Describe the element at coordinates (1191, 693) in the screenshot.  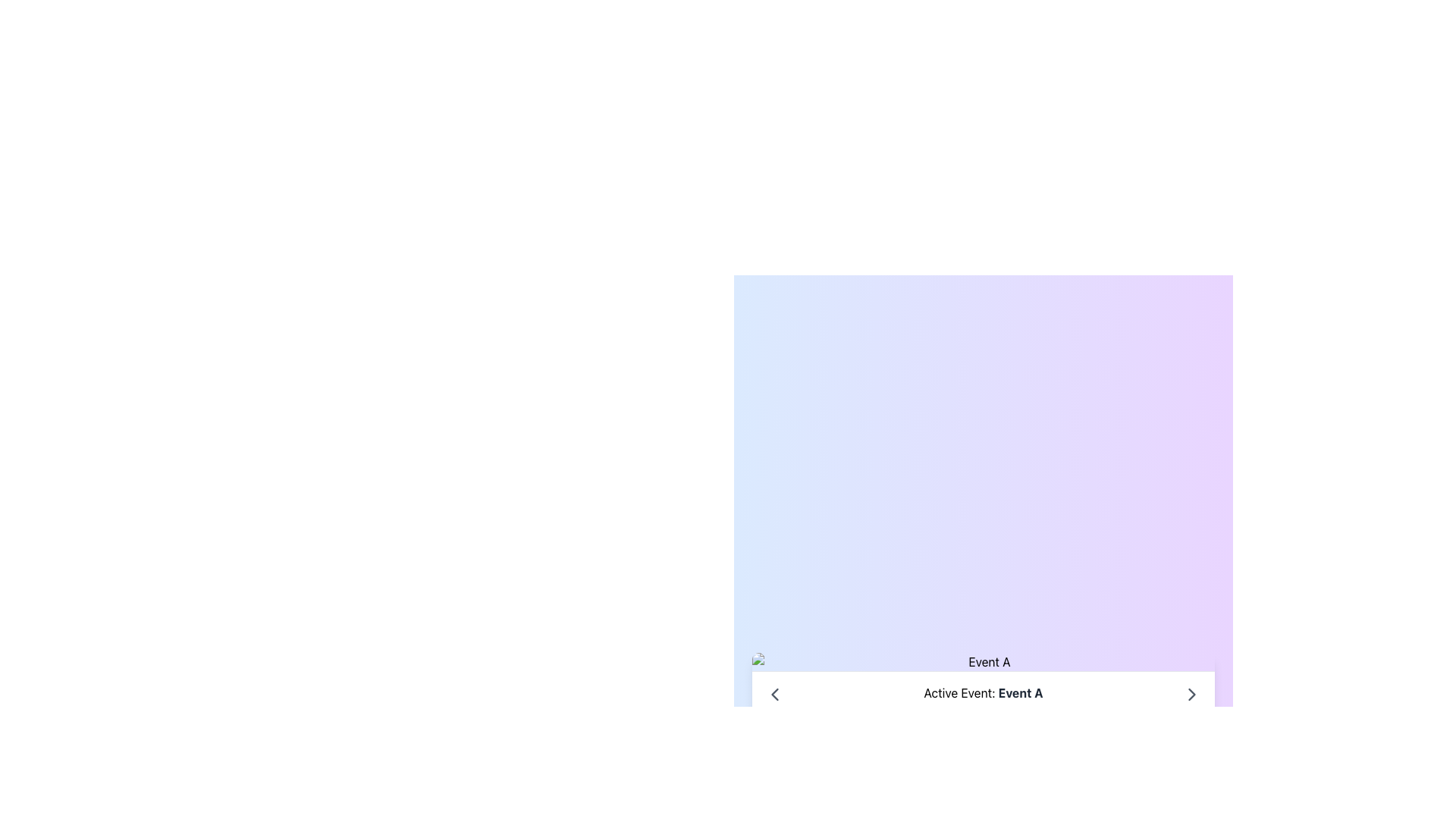
I see `the right-facing chevron icon located at the far right end of the bottom white bar` at that location.